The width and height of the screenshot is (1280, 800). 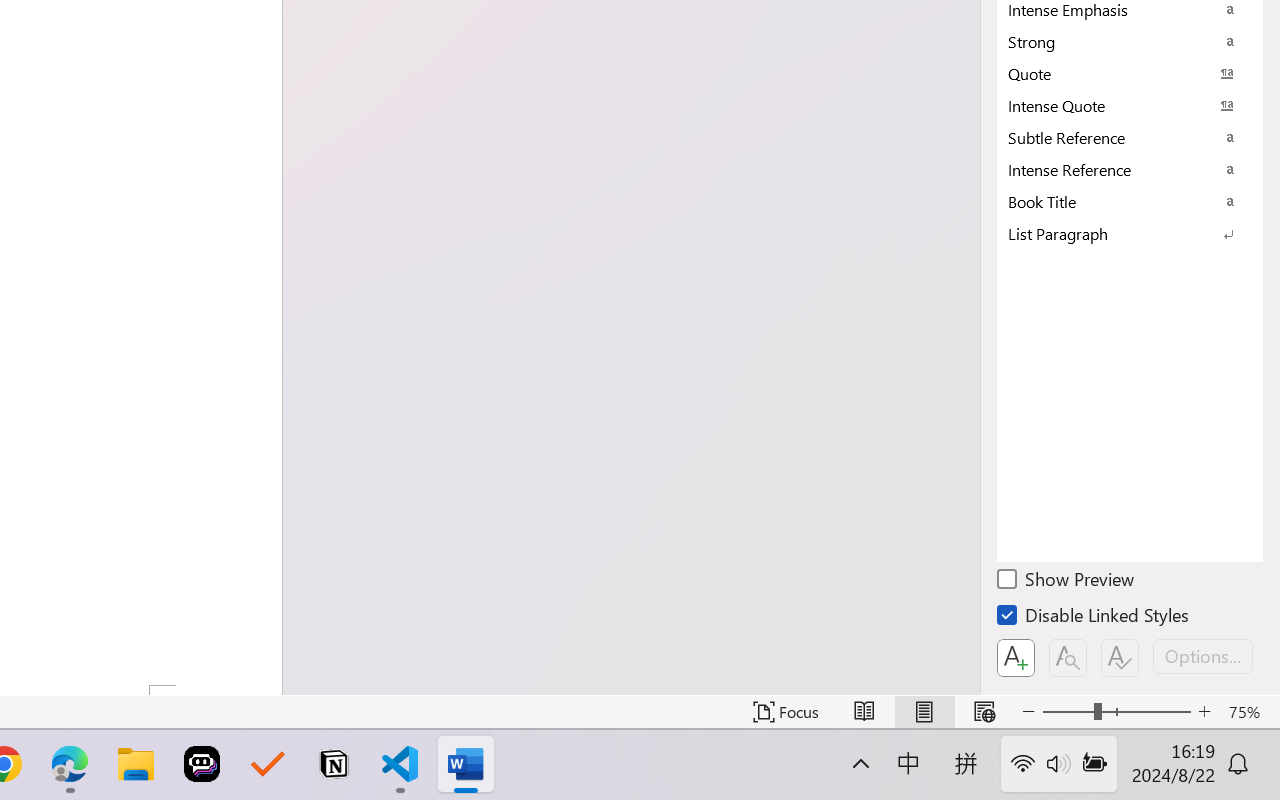 I want to click on 'Intense Reference', so click(x=1130, y=168).